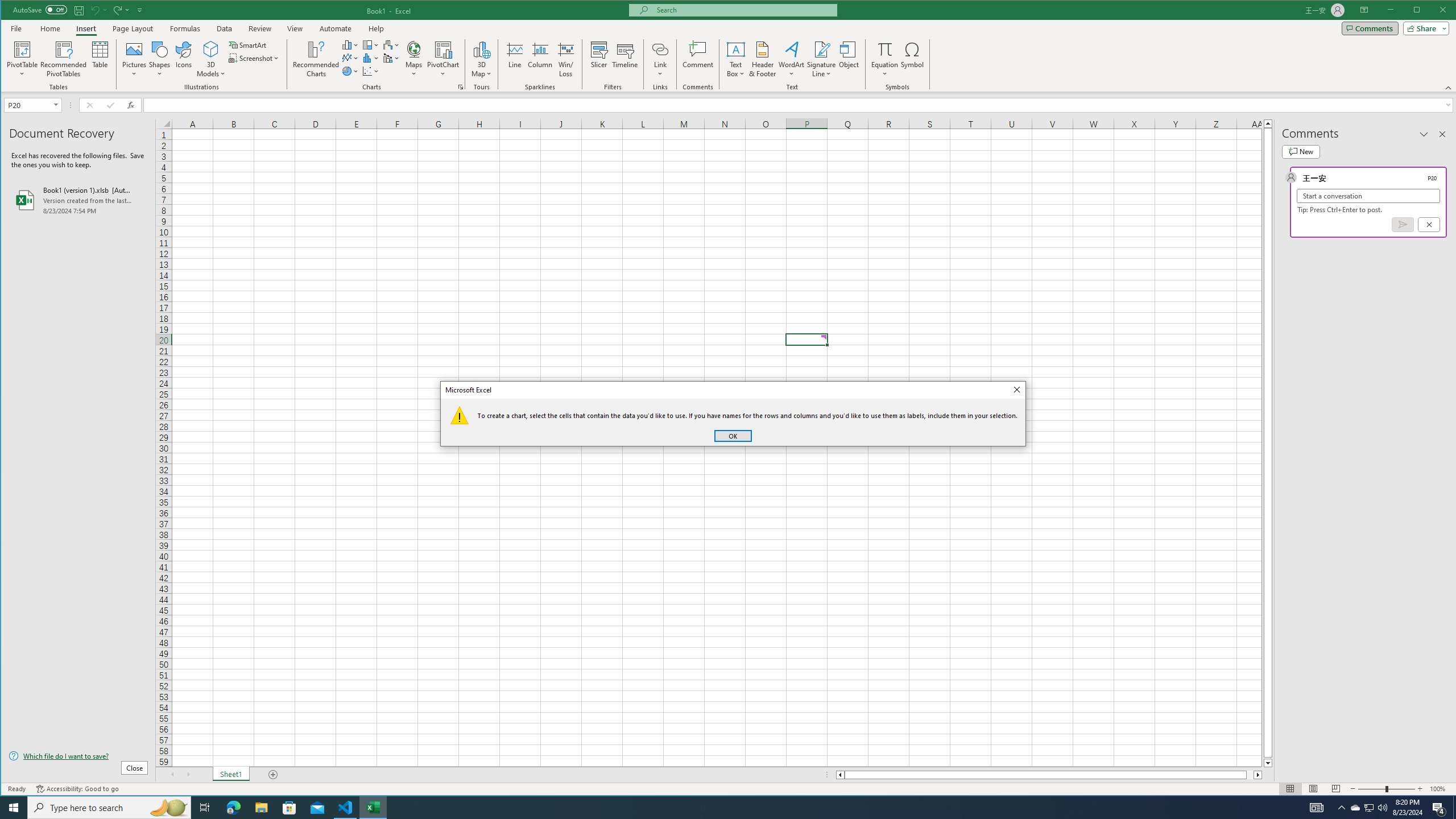 Image resolution: width=1456 pixels, height=819 pixels. Describe the element at coordinates (294, 28) in the screenshot. I see `'View'` at that location.